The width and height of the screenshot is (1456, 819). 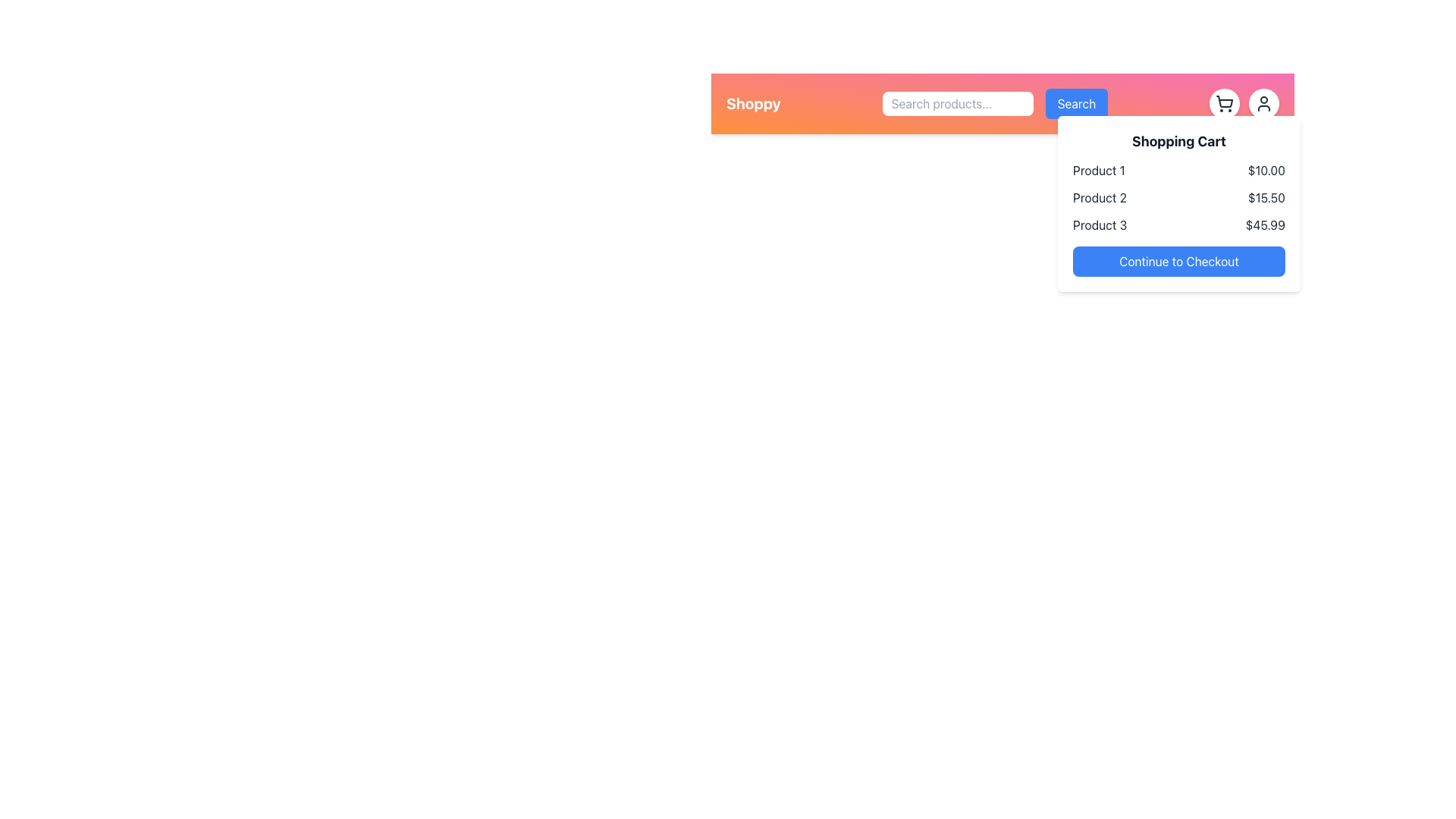 What do you see at coordinates (1075, 103) in the screenshot?
I see `the search button located to the right of the text input field with placeholder text 'Search products...' to initiate a search operation` at bounding box center [1075, 103].